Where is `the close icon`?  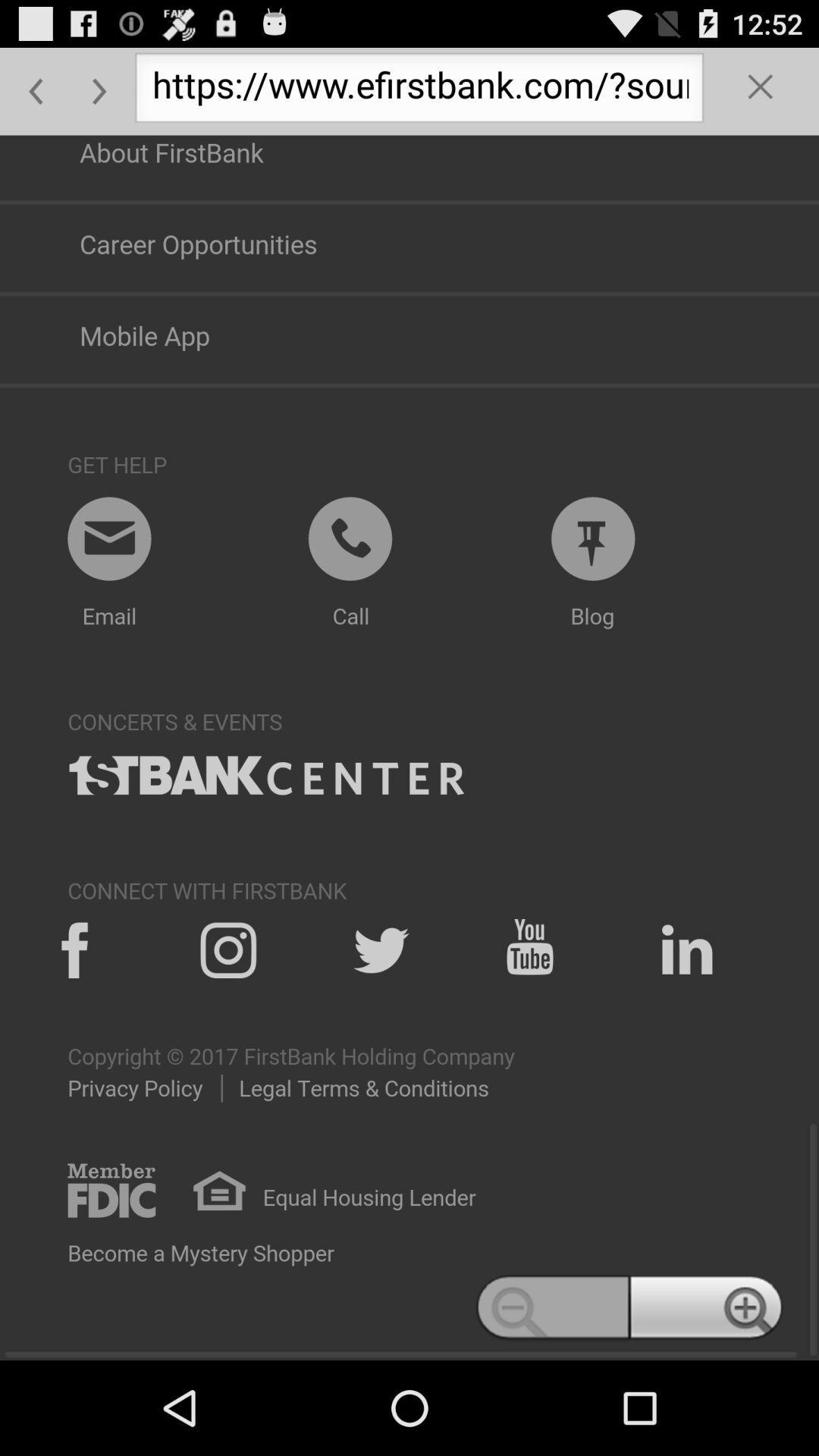 the close icon is located at coordinates (761, 97).